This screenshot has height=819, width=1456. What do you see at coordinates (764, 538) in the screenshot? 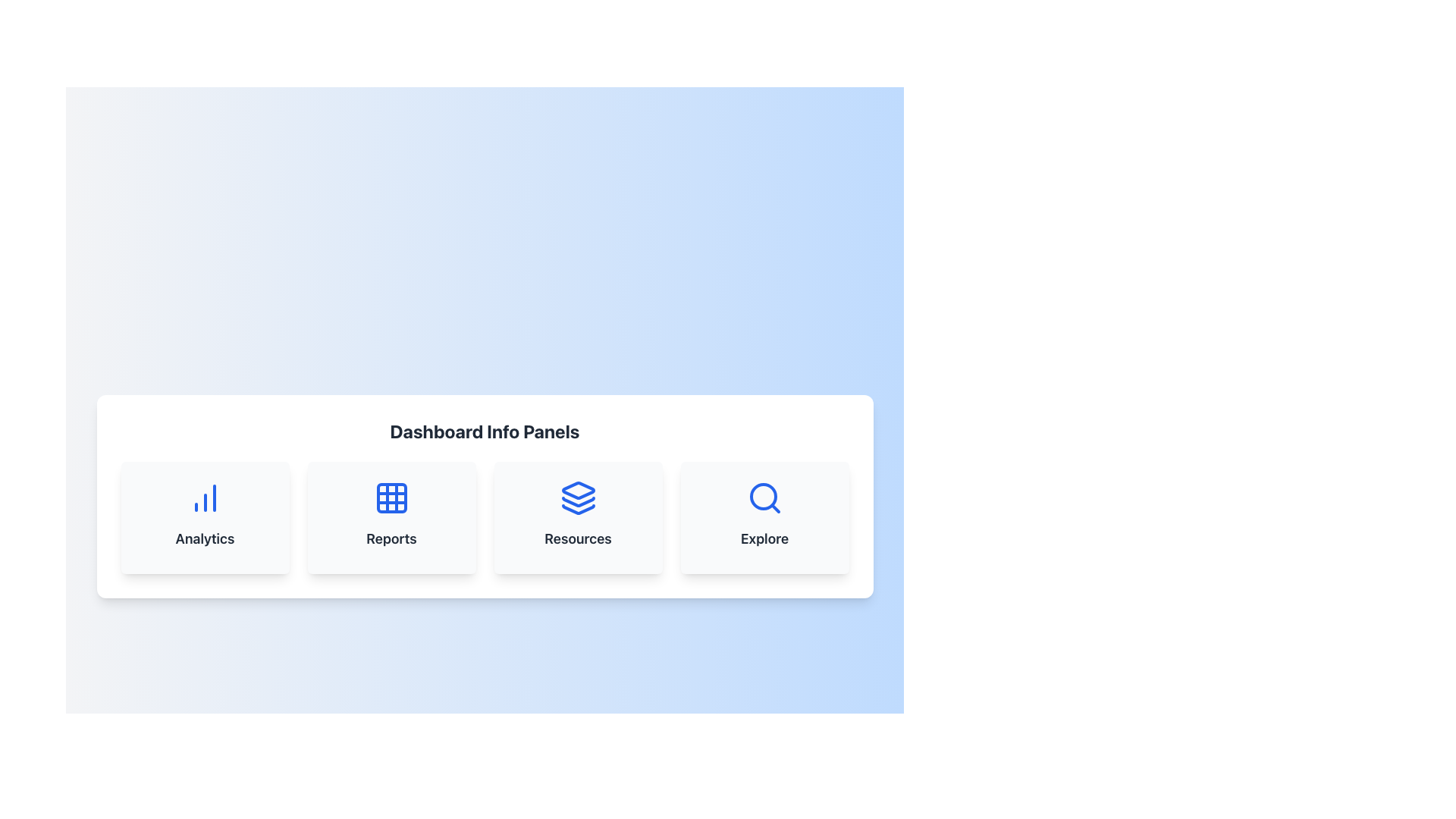
I see `content 'Explore' from the text label located at the bottom center of the fourth card in a horizontally arranged group of similar cards` at bounding box center [764, 538].